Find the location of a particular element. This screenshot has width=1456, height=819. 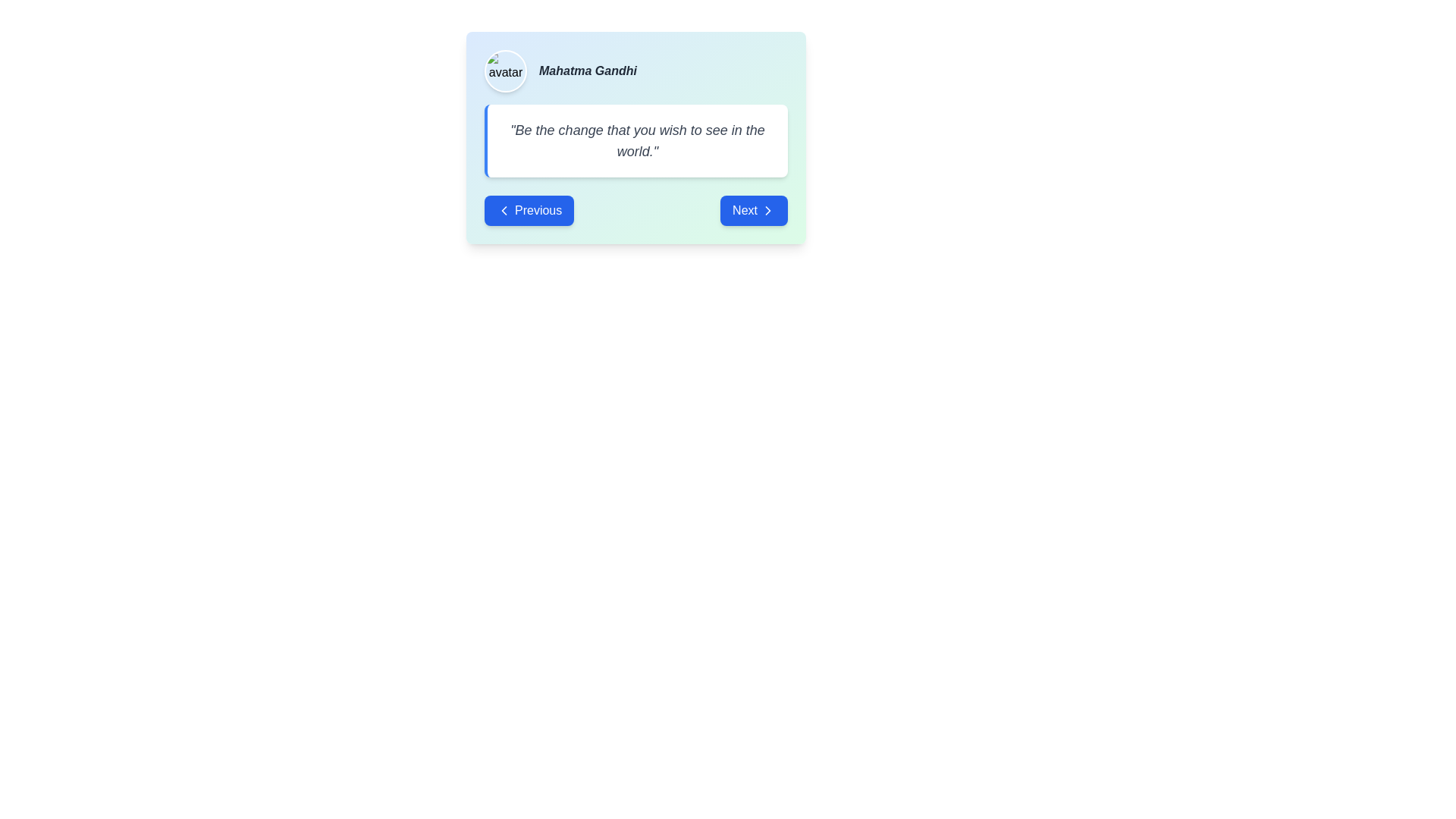

the avatar image component displaying the profile picture of Mahatma Gandhi to interact with its functionality is located at coordinates (506, 71).